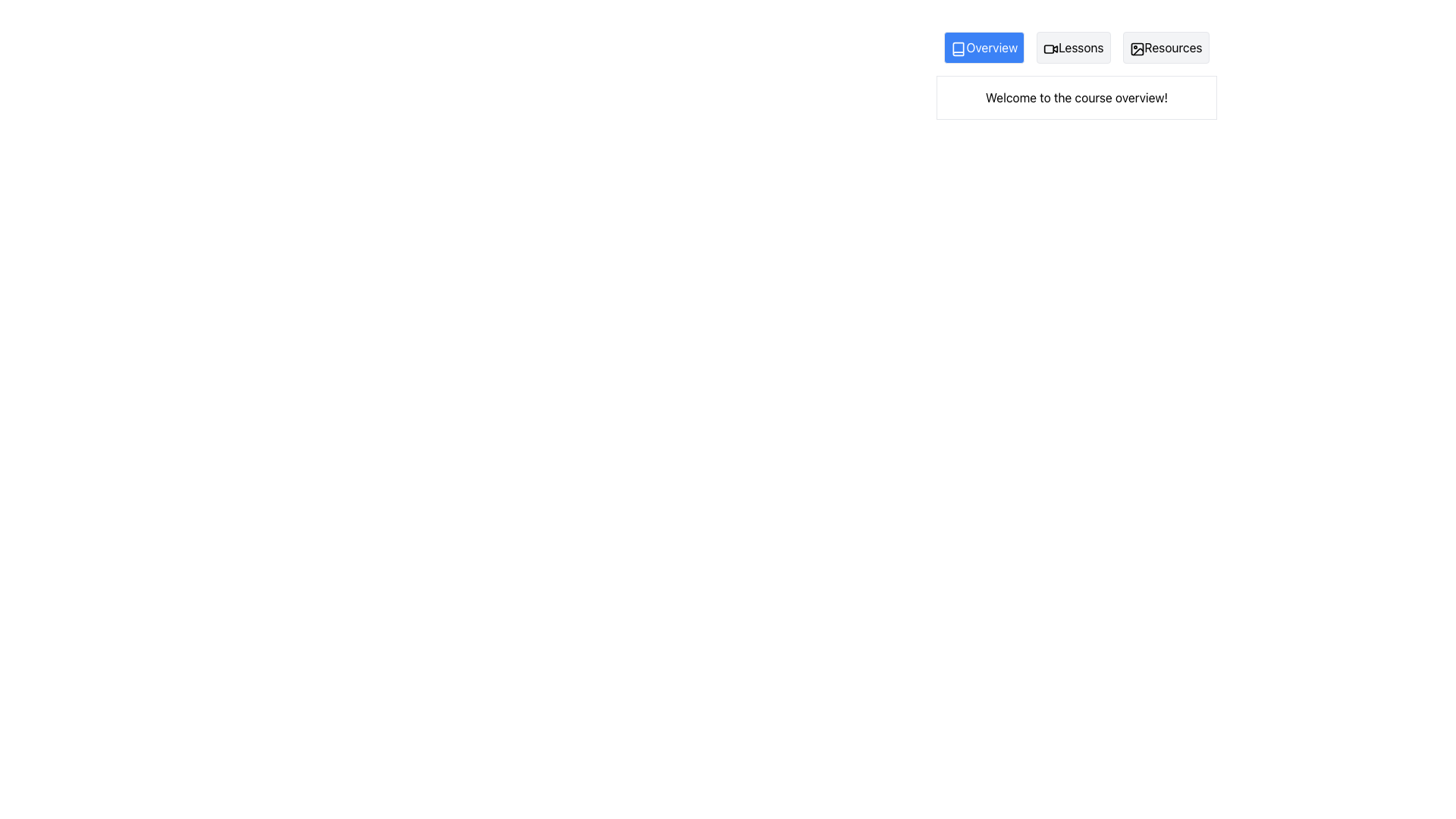 This screenshot has width=1456, height=819. I want to click on the rightmost button in a row of three buttons, so click(1165, 46).